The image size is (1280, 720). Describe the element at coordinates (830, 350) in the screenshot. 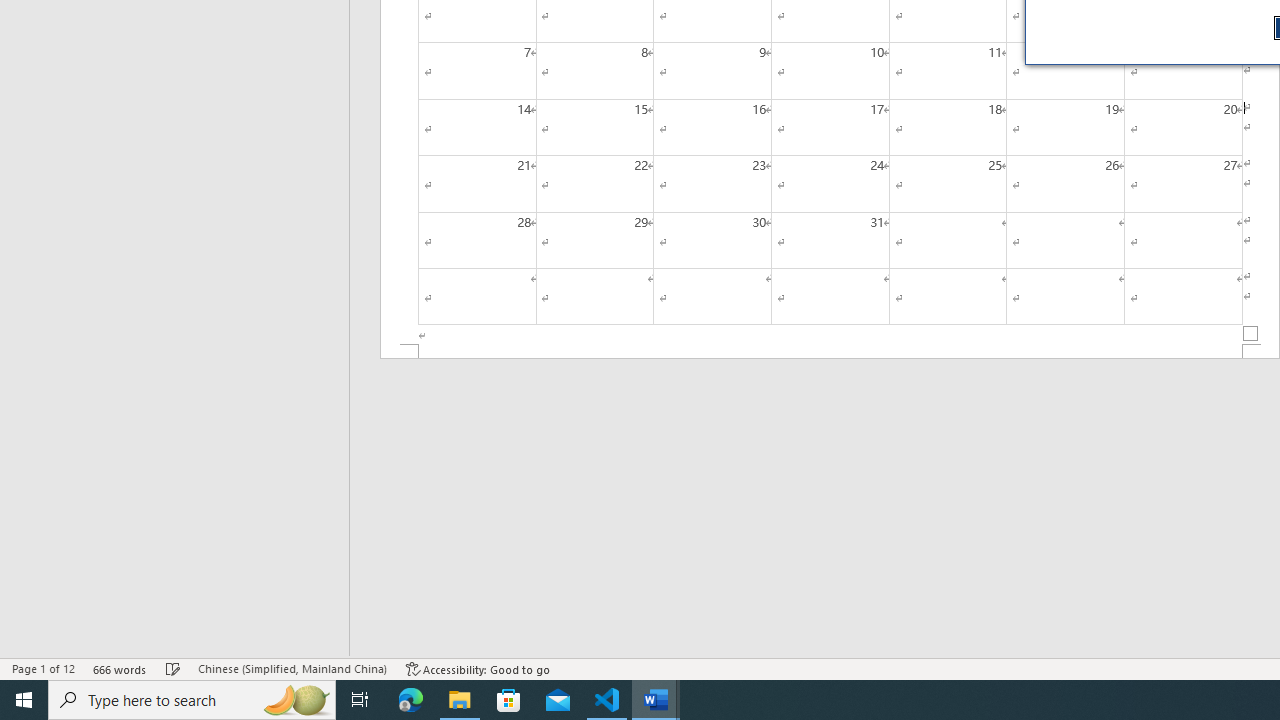

I see `'Footer -Section 1-'` at that location.